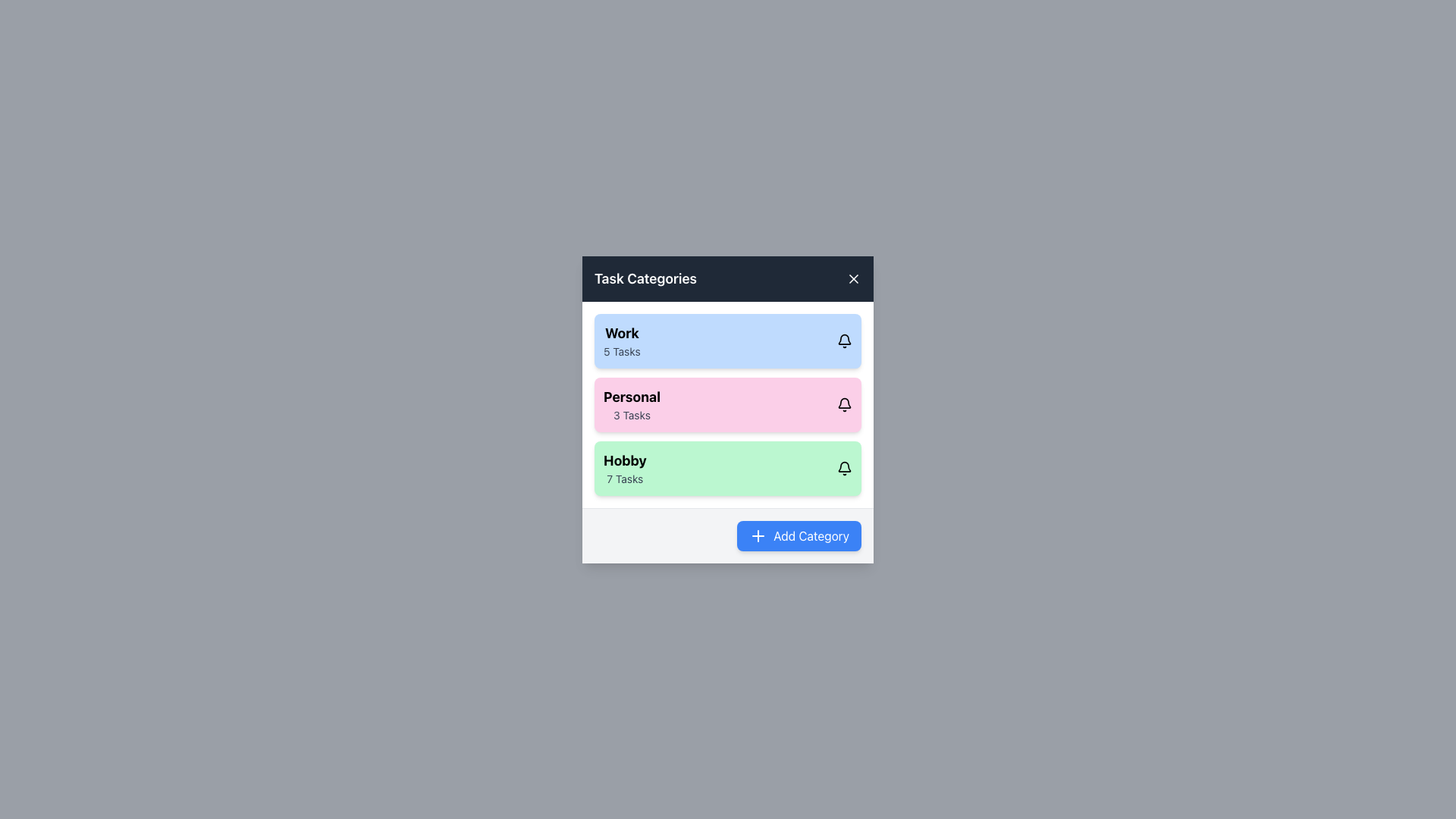  I want to click on the 'Work' category text display, which is the topmost item in a list of three categories, so click(622, 340).